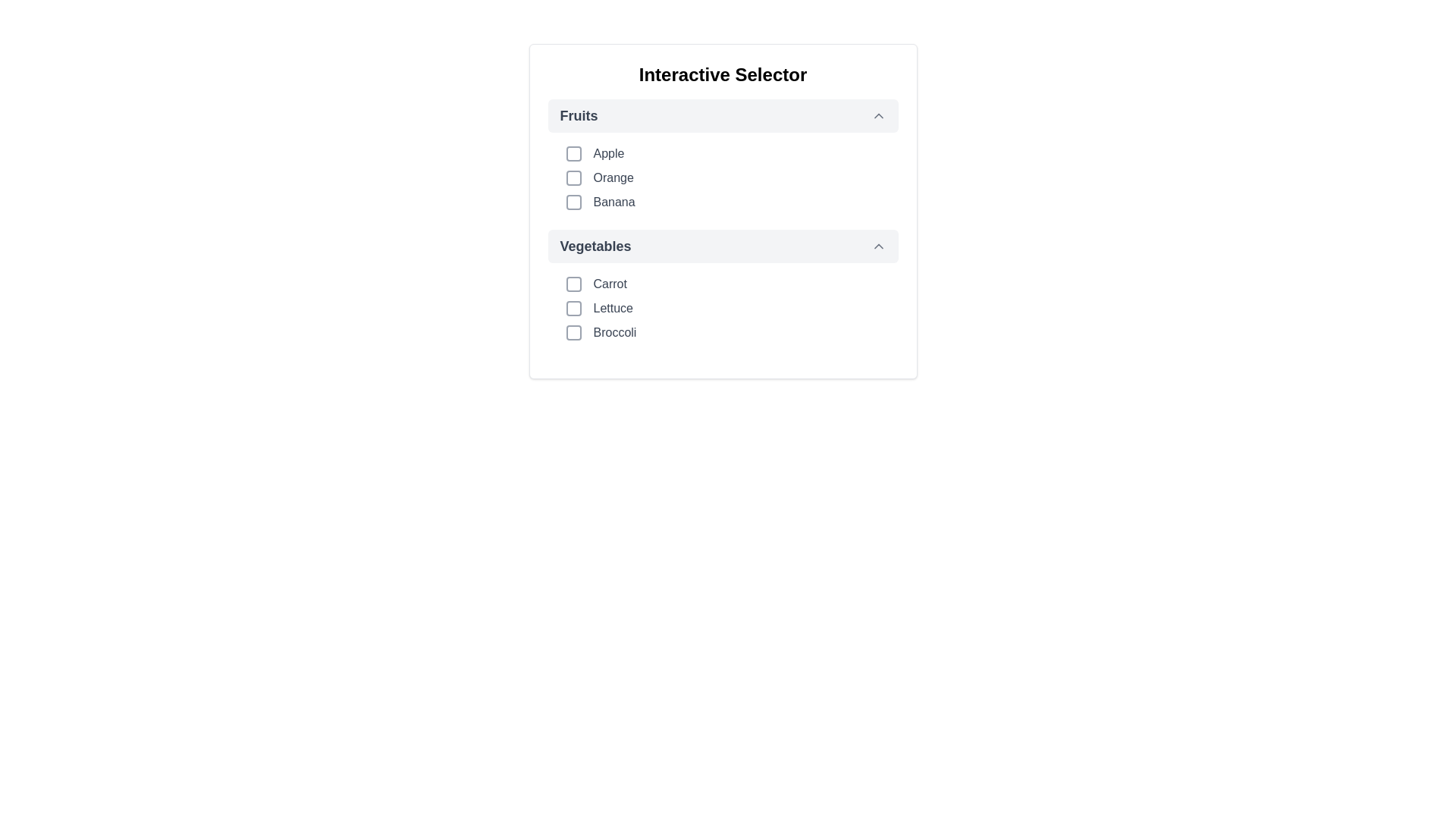 The image size is (1456, 819). I want to click on the checkbox in the 'Fruits' group, so click(722, 177).